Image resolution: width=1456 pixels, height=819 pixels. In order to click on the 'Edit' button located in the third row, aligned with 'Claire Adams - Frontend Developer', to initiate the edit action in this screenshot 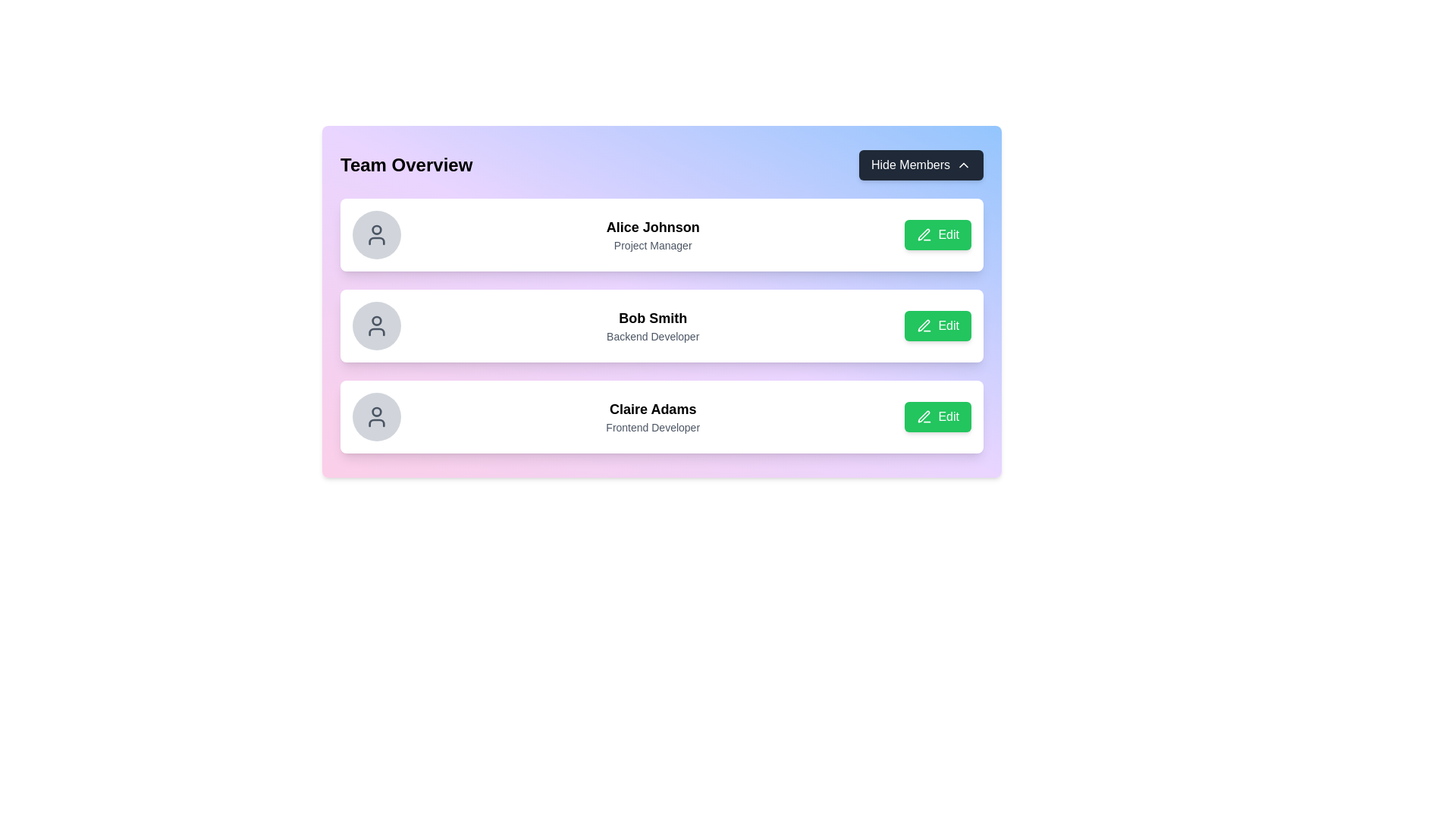, I will do `click(948, 417)`.